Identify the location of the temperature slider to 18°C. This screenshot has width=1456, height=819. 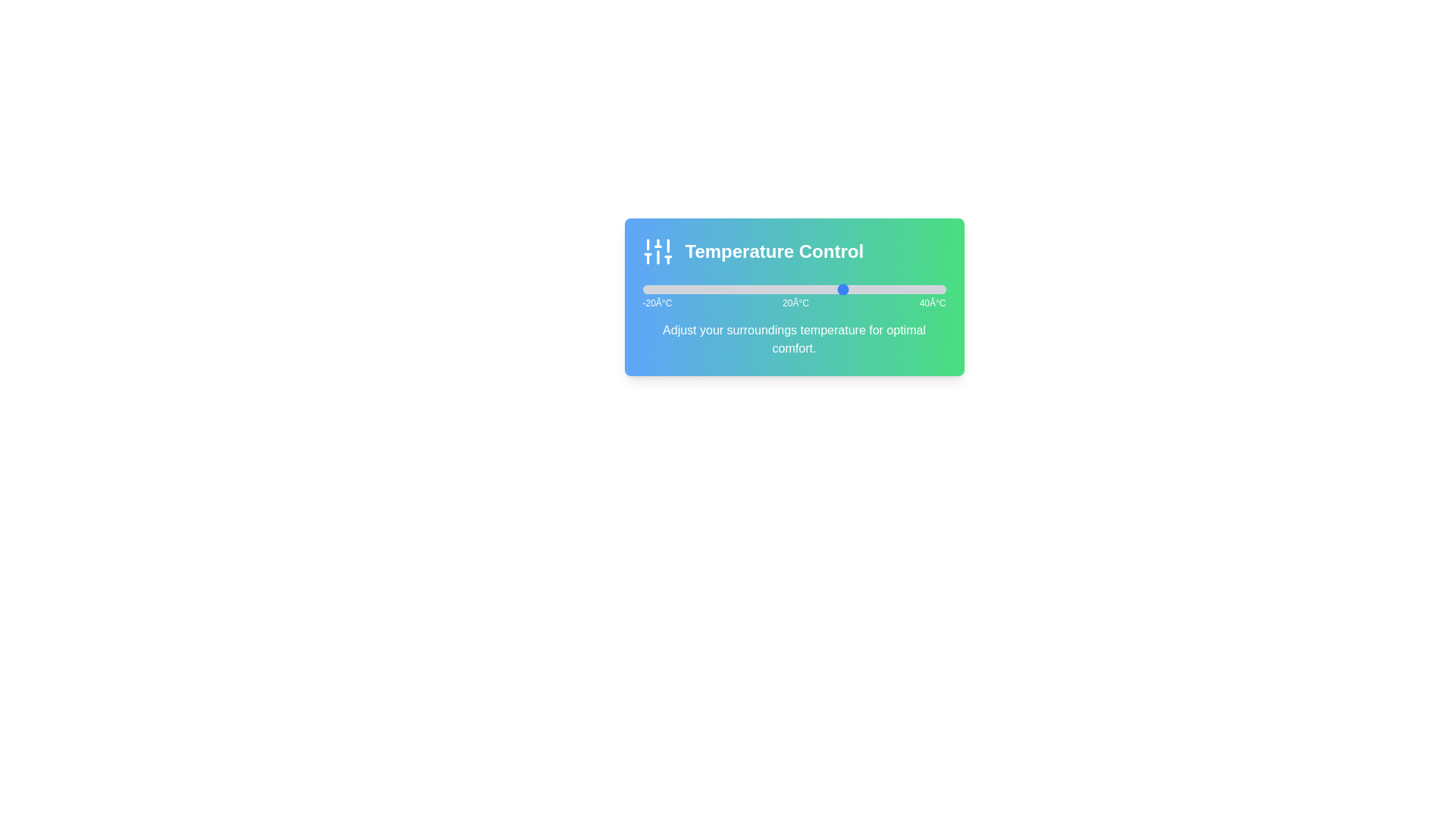
(833, 289).